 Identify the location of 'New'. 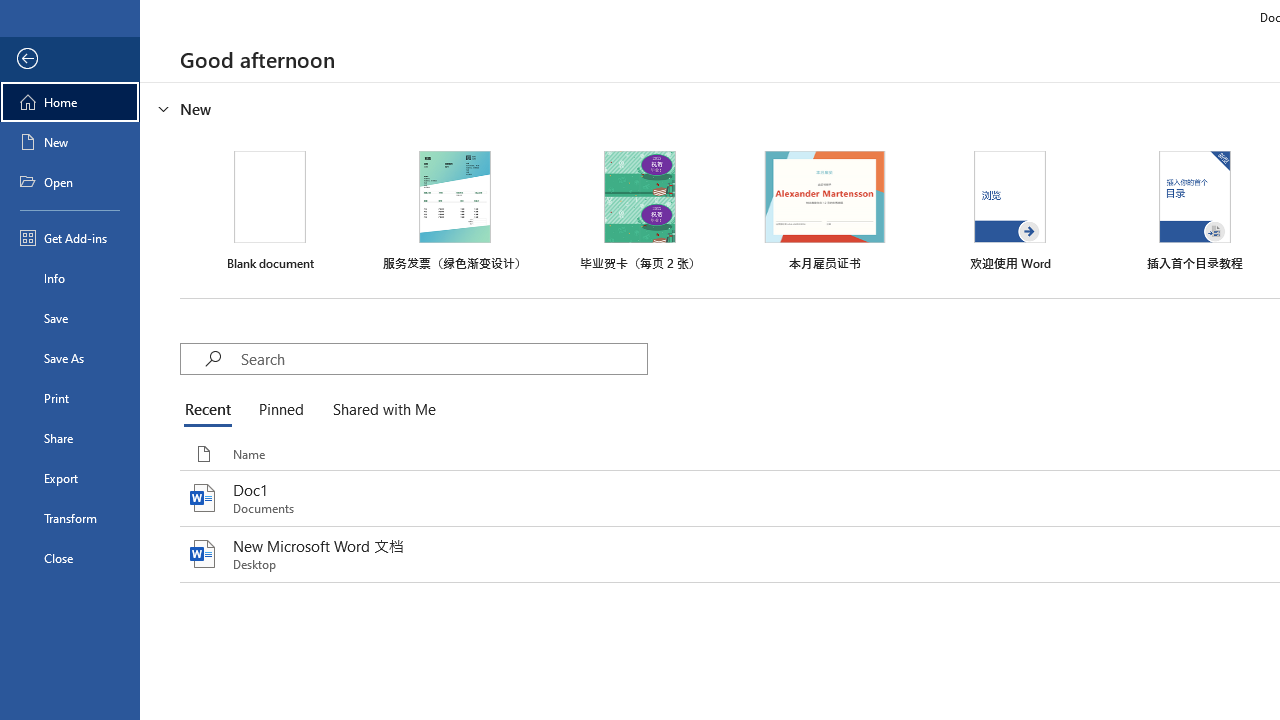
(69, 140).